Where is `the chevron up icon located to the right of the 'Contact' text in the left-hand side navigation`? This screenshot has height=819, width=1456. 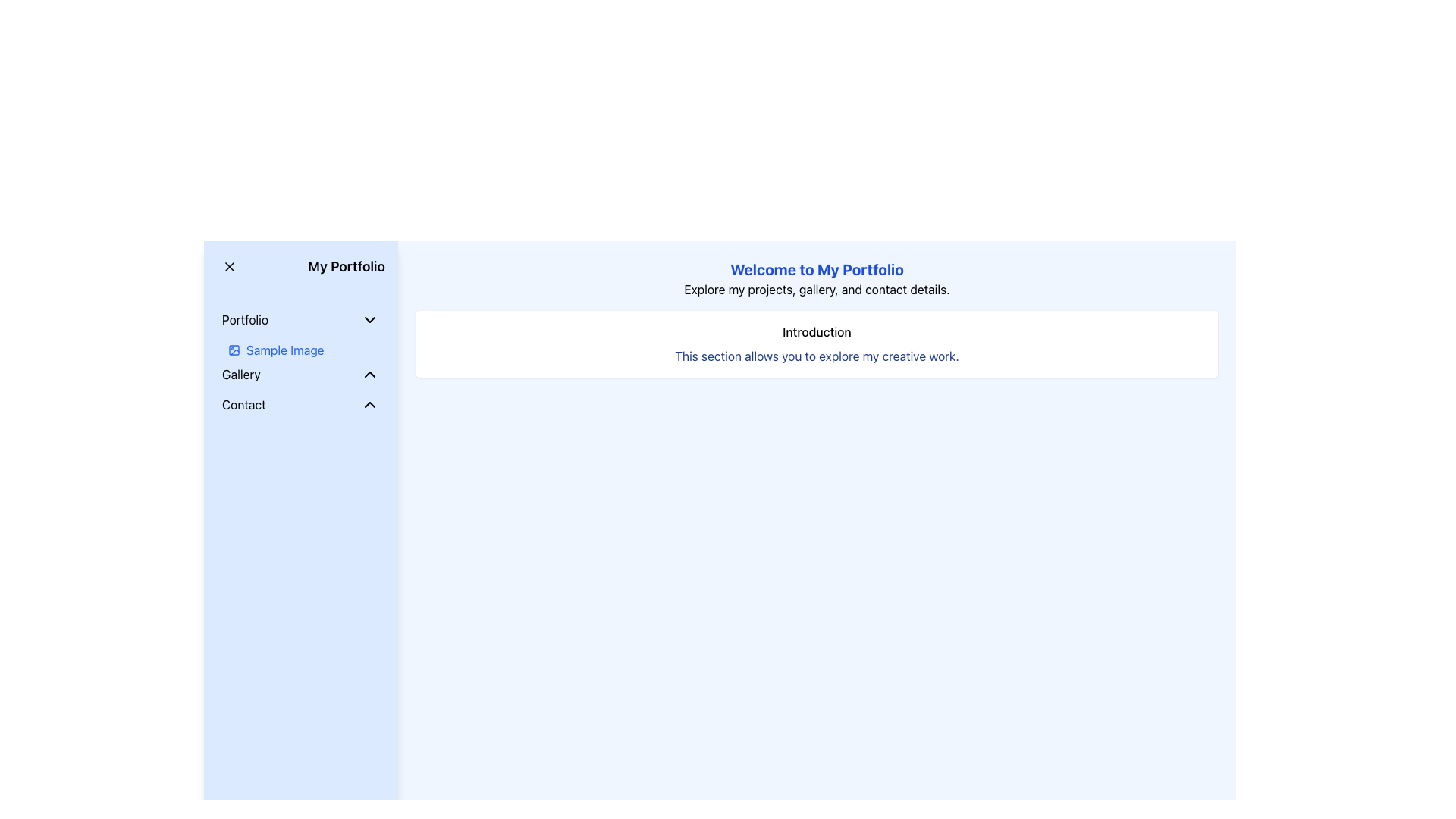
the chevron up icon located to the right of the 'Contact' text in the left-hand side navigation is located at coordinates (370, 403).